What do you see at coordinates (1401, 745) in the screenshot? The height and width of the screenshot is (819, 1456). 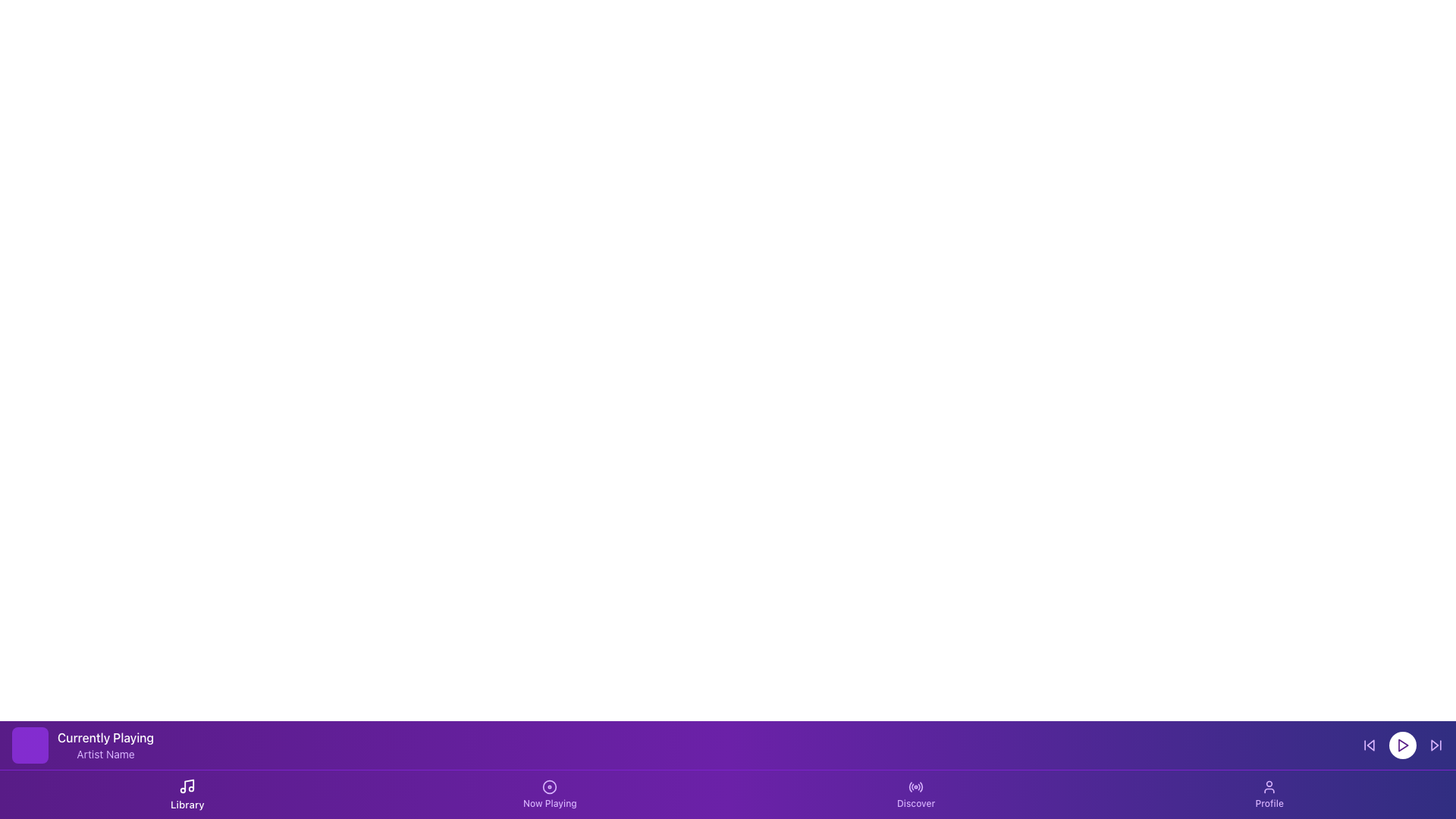 I see `the circular button with a white background and a purple play icon located in the bottom navigation bar, near the right edge, to play or resume media` at bounding box center [1401, 745].